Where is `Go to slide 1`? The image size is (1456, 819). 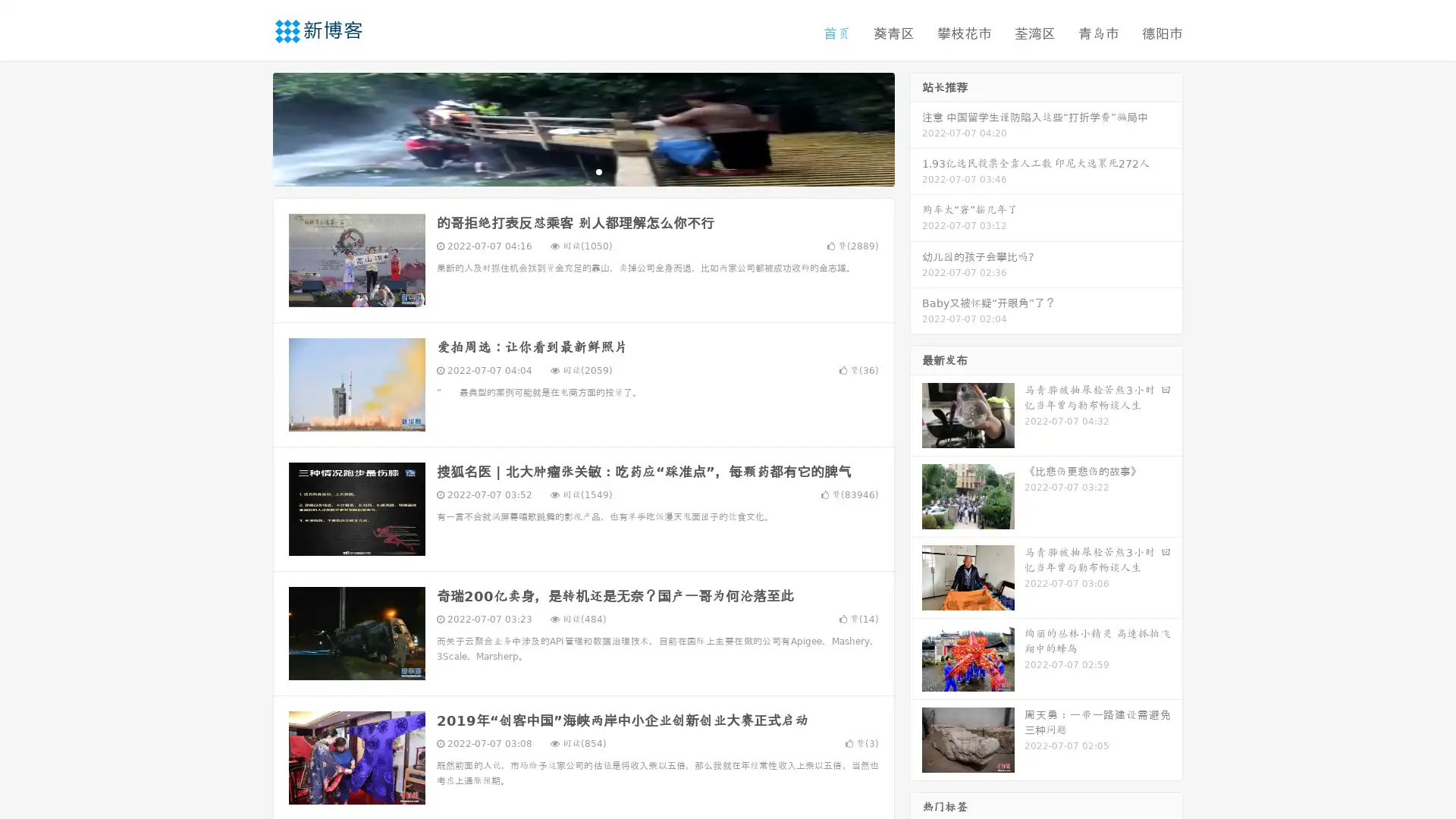 Go to slide 1 is located at coordinates (567, 171).